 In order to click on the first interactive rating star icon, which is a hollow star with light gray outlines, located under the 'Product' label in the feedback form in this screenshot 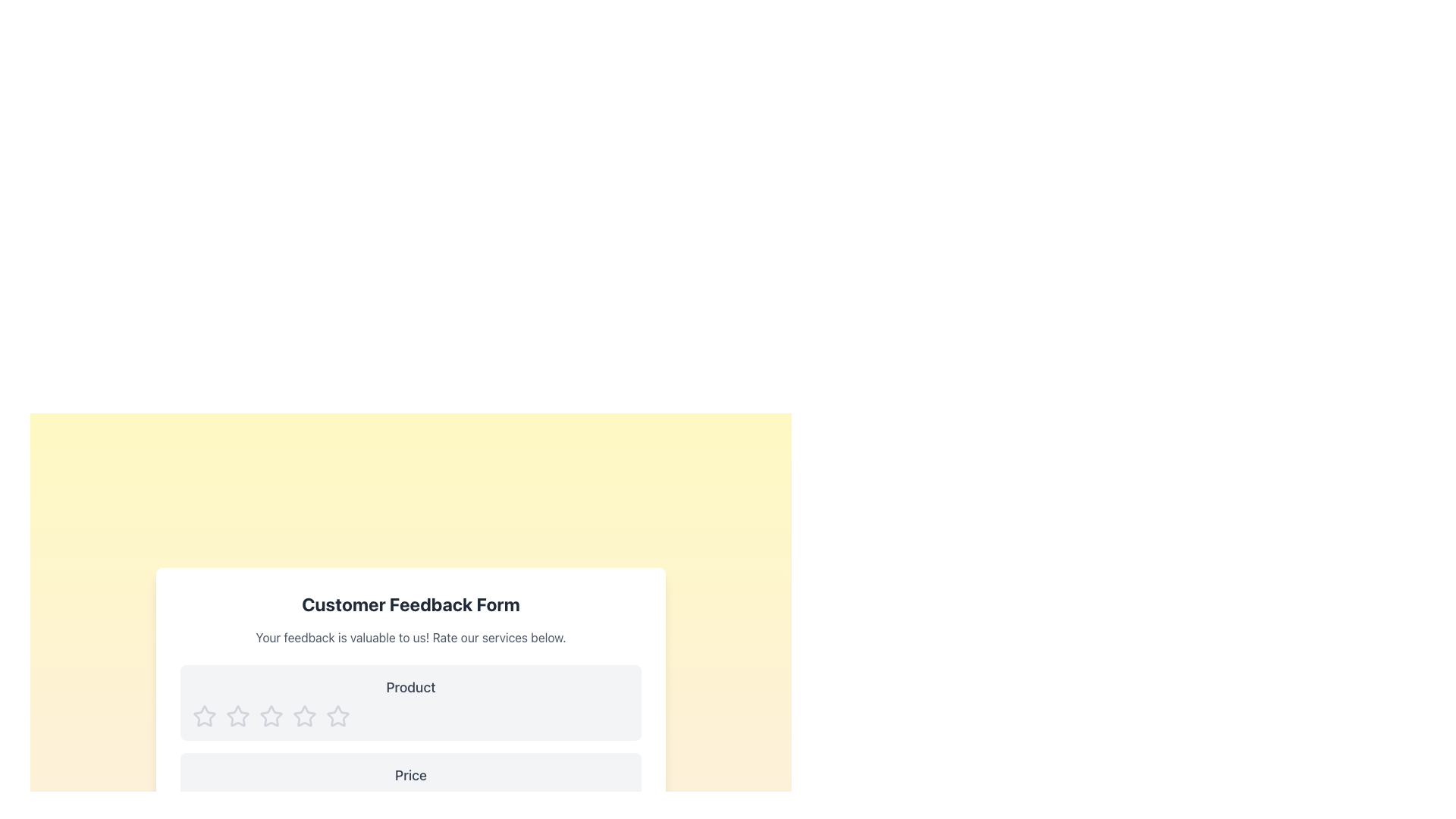, I will do `click(203, 716)`.